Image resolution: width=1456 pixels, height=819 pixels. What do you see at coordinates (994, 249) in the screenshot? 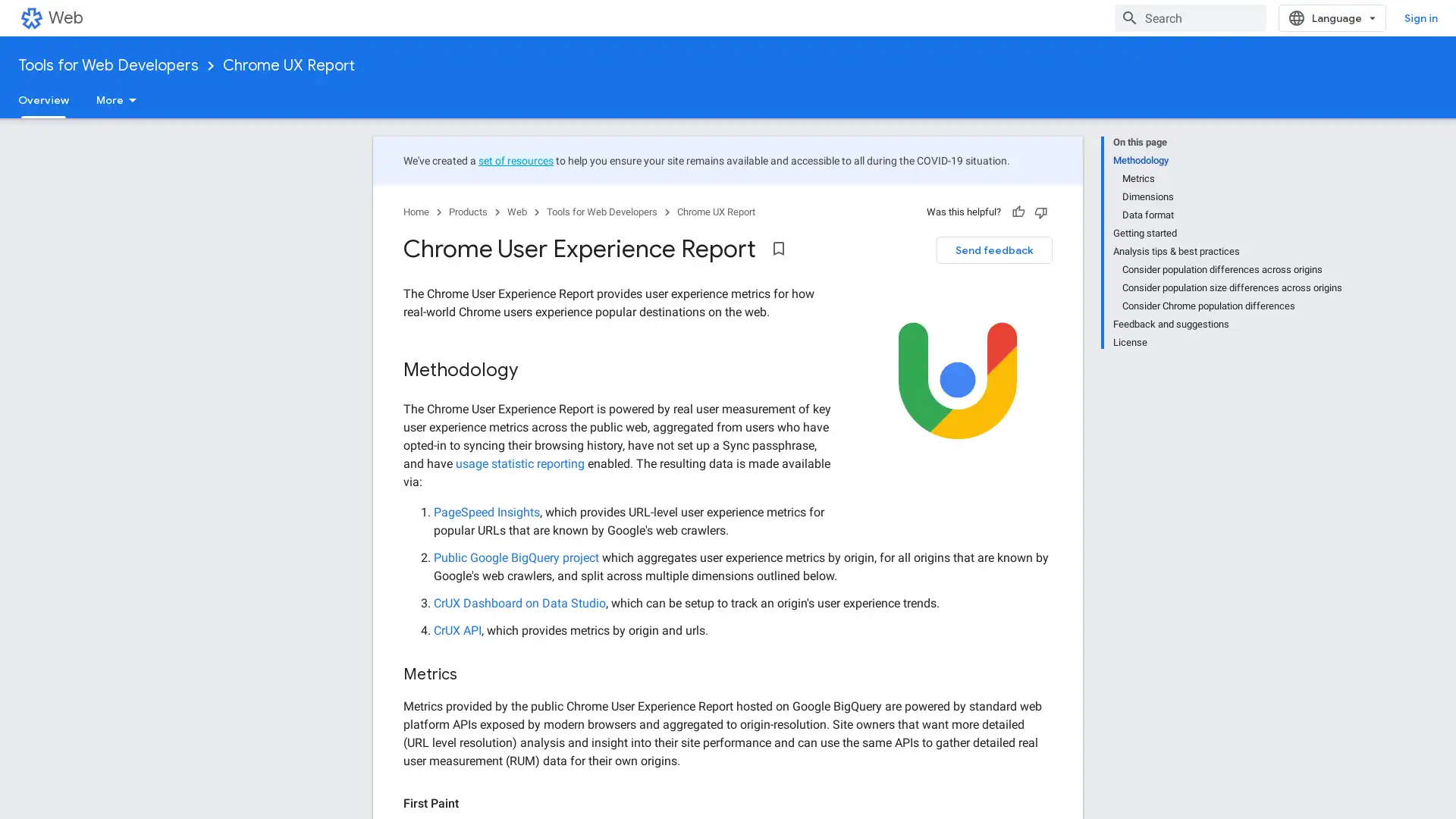
I see `Send feedback` at bounding box center [994, 249].